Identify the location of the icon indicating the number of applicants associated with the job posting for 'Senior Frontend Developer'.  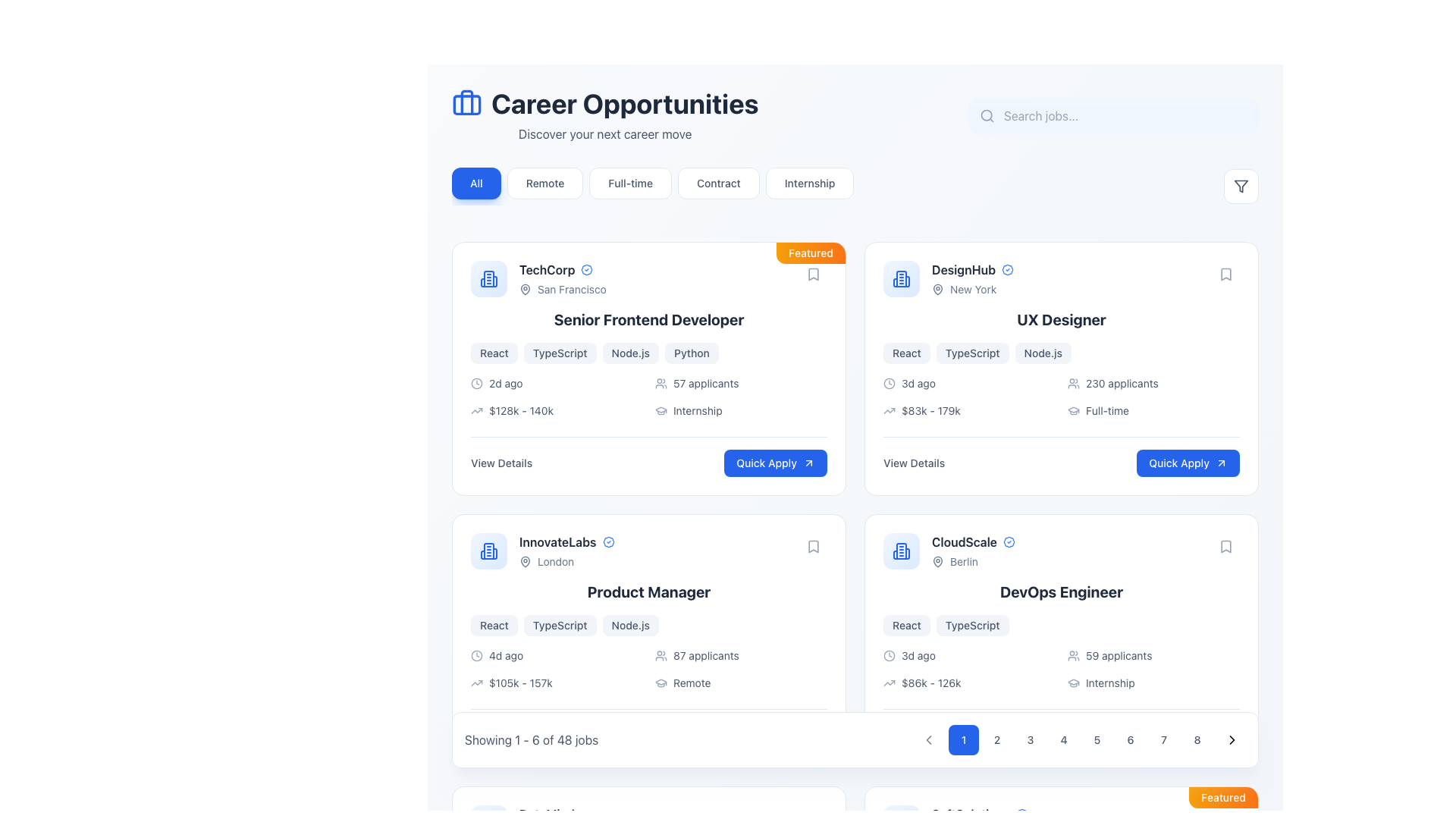
(661, 382).